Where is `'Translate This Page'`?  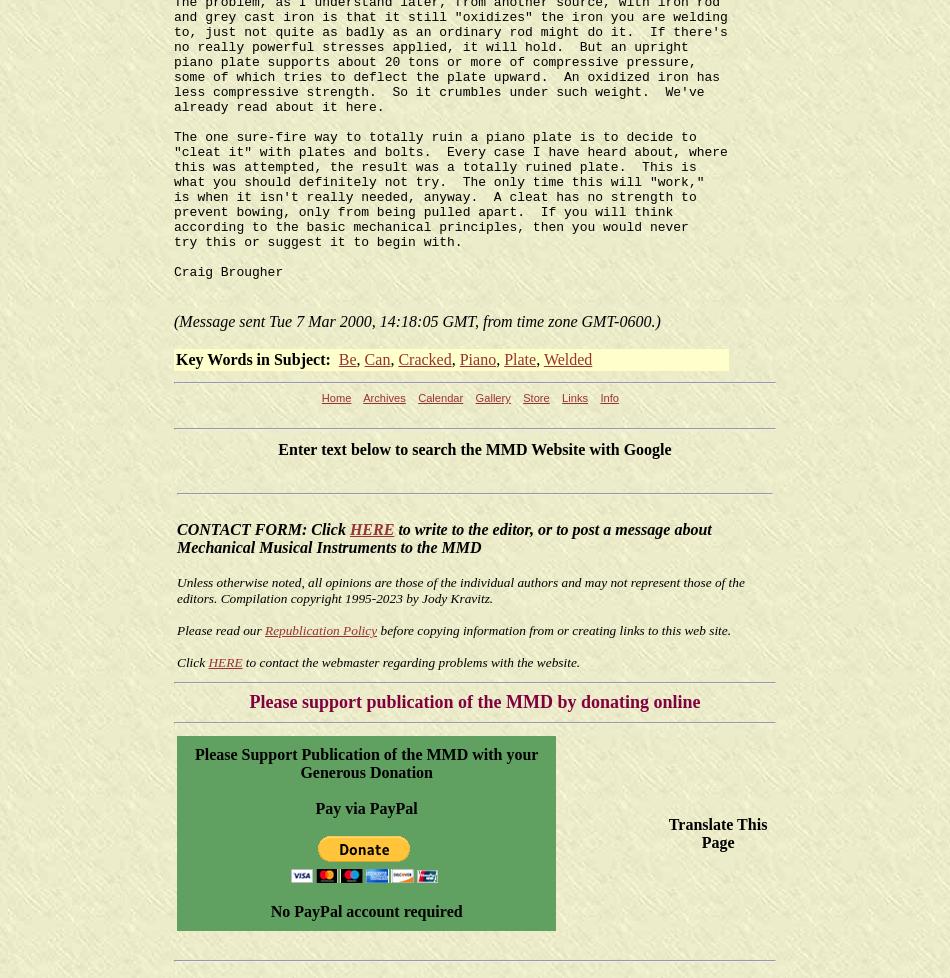
'Translate This Page' is located at coordinates (716, 831).